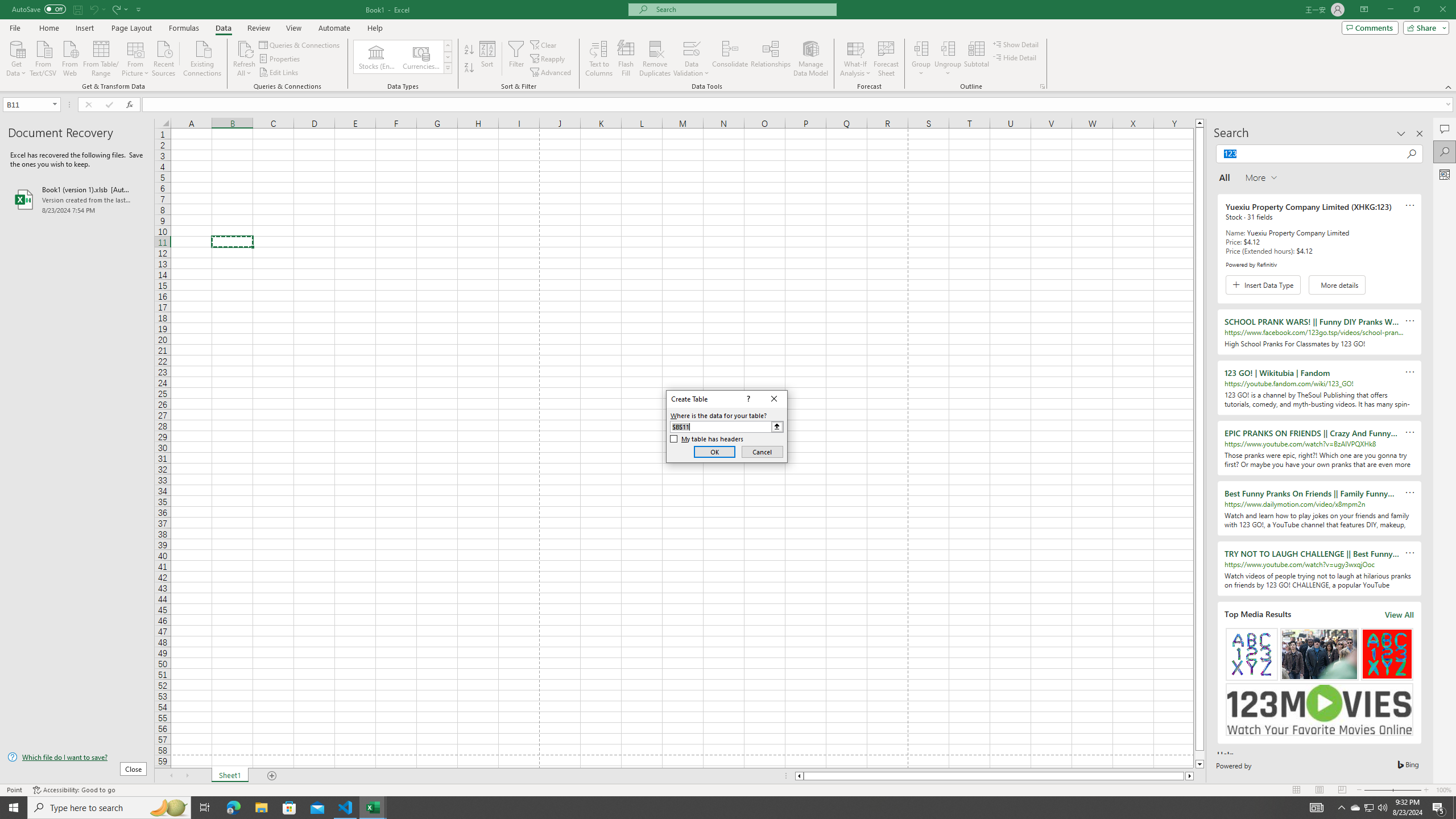  Describe the element at coordinates (448, 67) in the screenshot. I see `'Data Types'` at that location.